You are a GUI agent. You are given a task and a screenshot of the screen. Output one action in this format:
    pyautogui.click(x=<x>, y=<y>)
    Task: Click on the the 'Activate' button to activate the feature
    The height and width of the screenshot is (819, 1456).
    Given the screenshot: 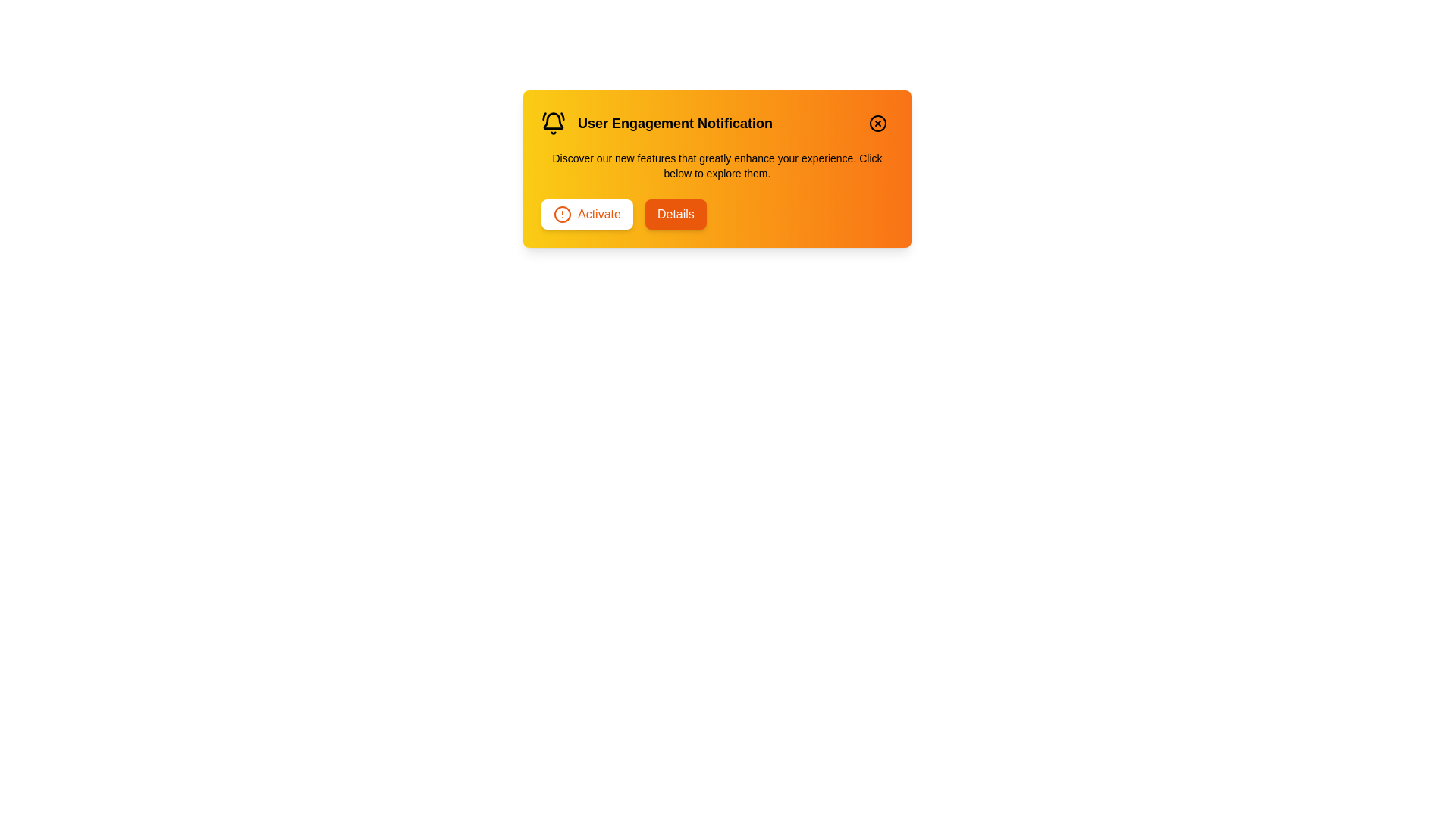 What is the action you would take?
    pyautogui.click(x=585, y=214)
    